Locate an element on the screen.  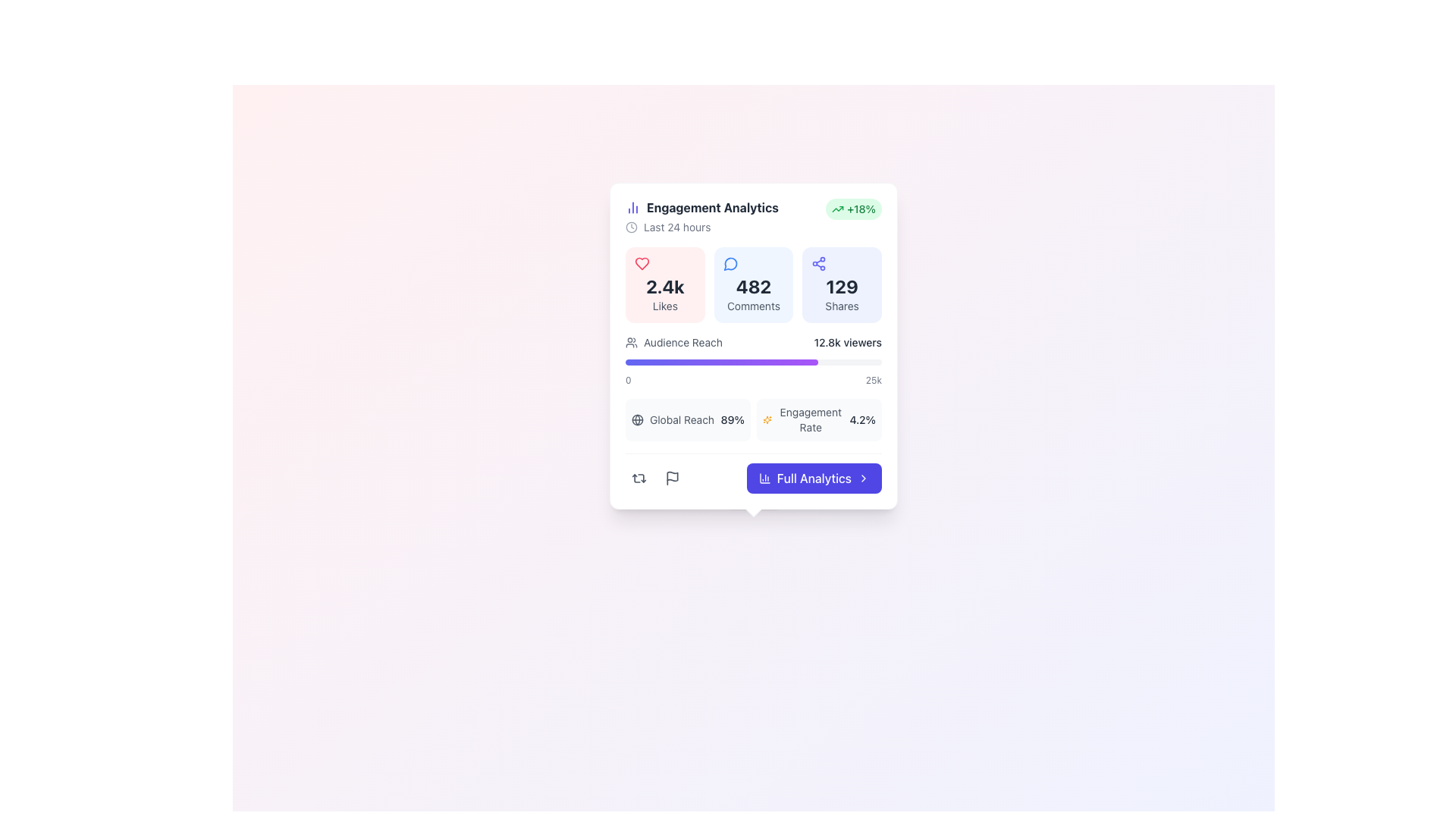
the refresh button located in the lower-left corner of the card is located at coordinates (639, 479).